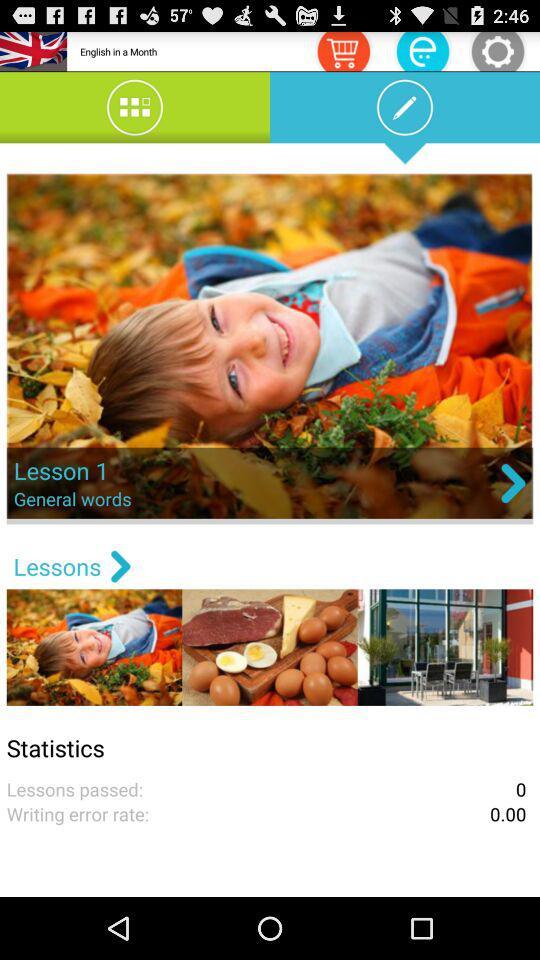  I want to click on the symbol which is left hand side of shoping cart, so click(421, 50).